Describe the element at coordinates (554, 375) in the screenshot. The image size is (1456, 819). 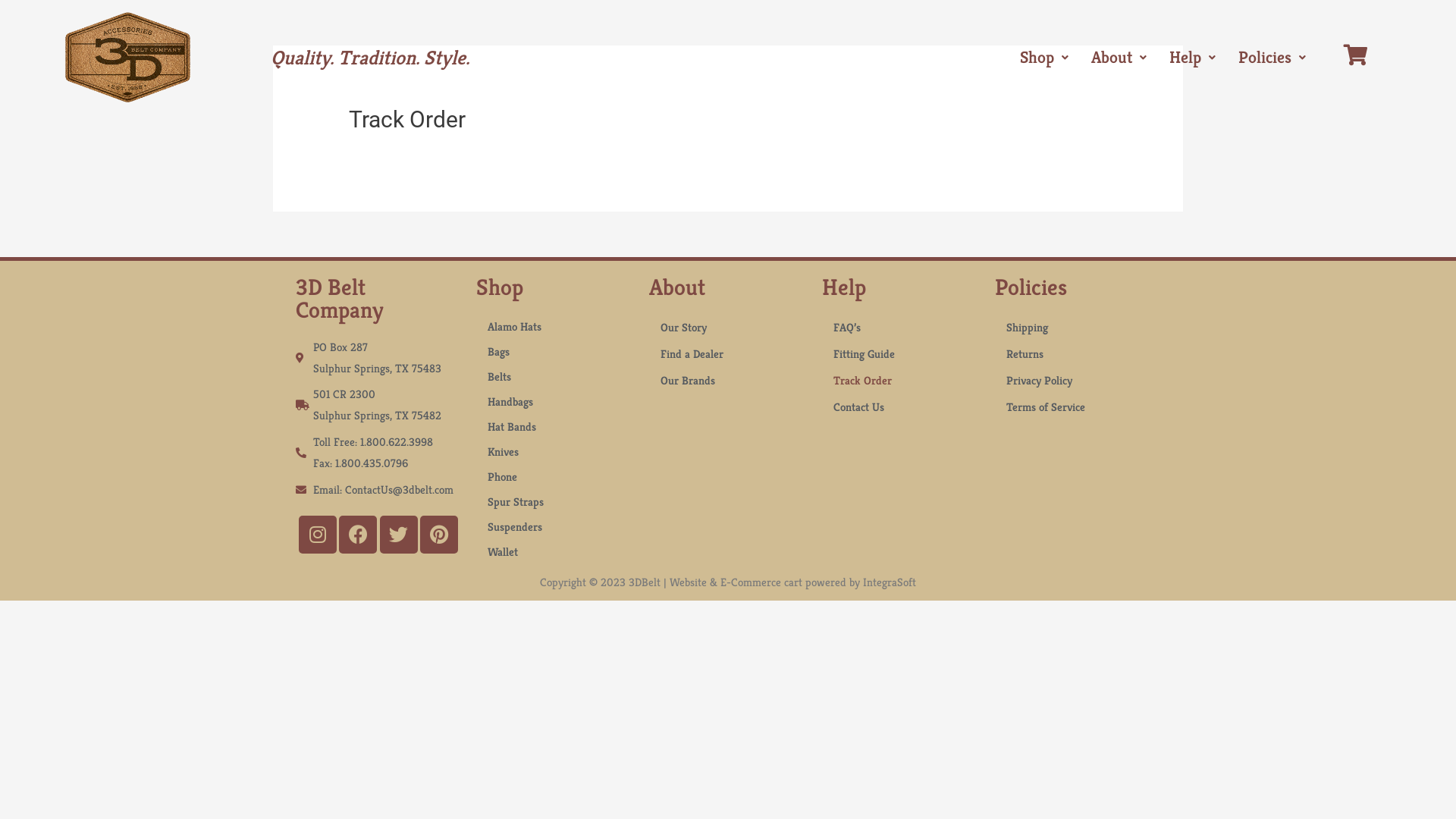
I see `'Belts'` at that location.